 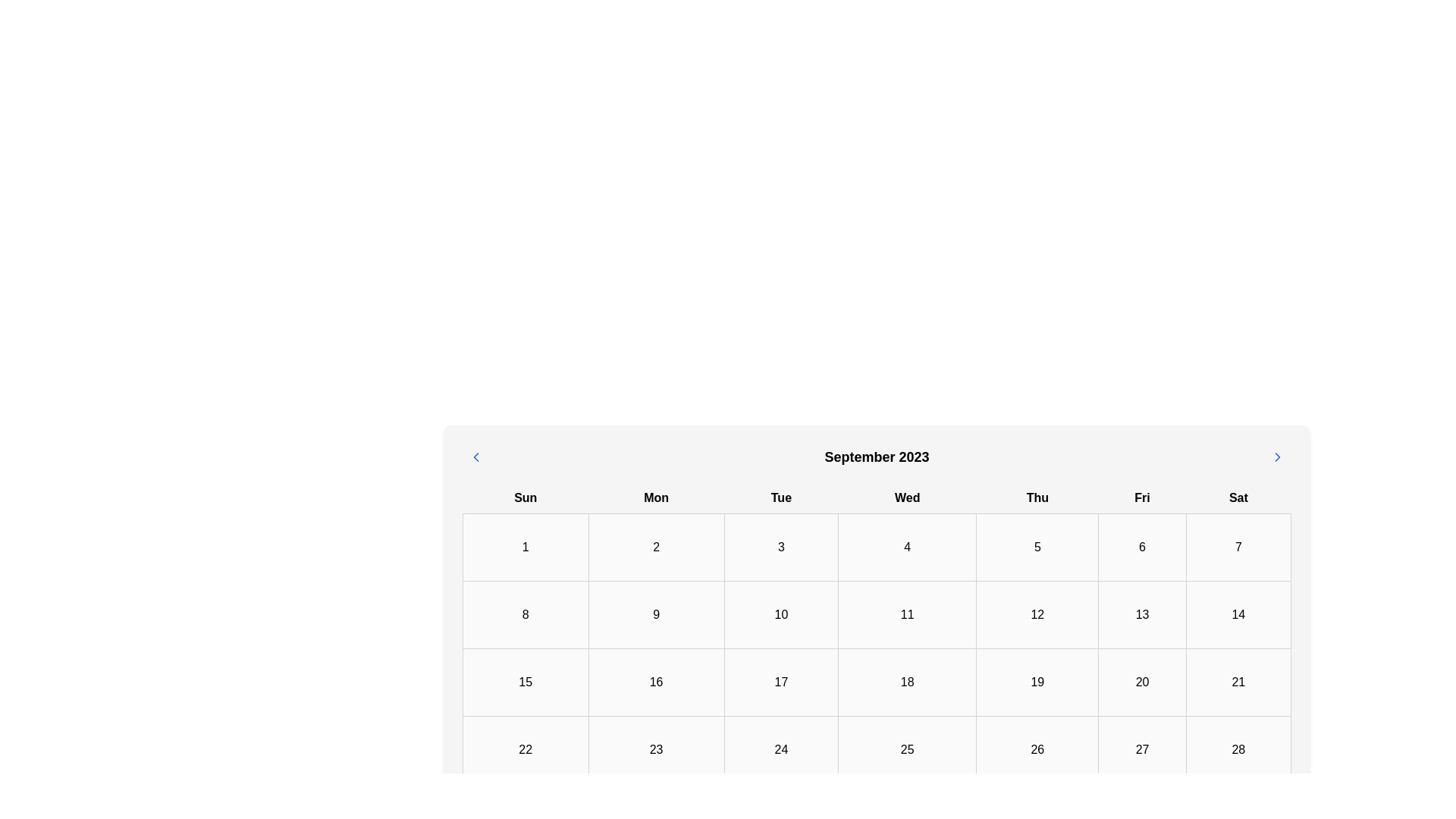 I want to click on the calendar cell representing the date '1', located, so click(x=525, y=547).